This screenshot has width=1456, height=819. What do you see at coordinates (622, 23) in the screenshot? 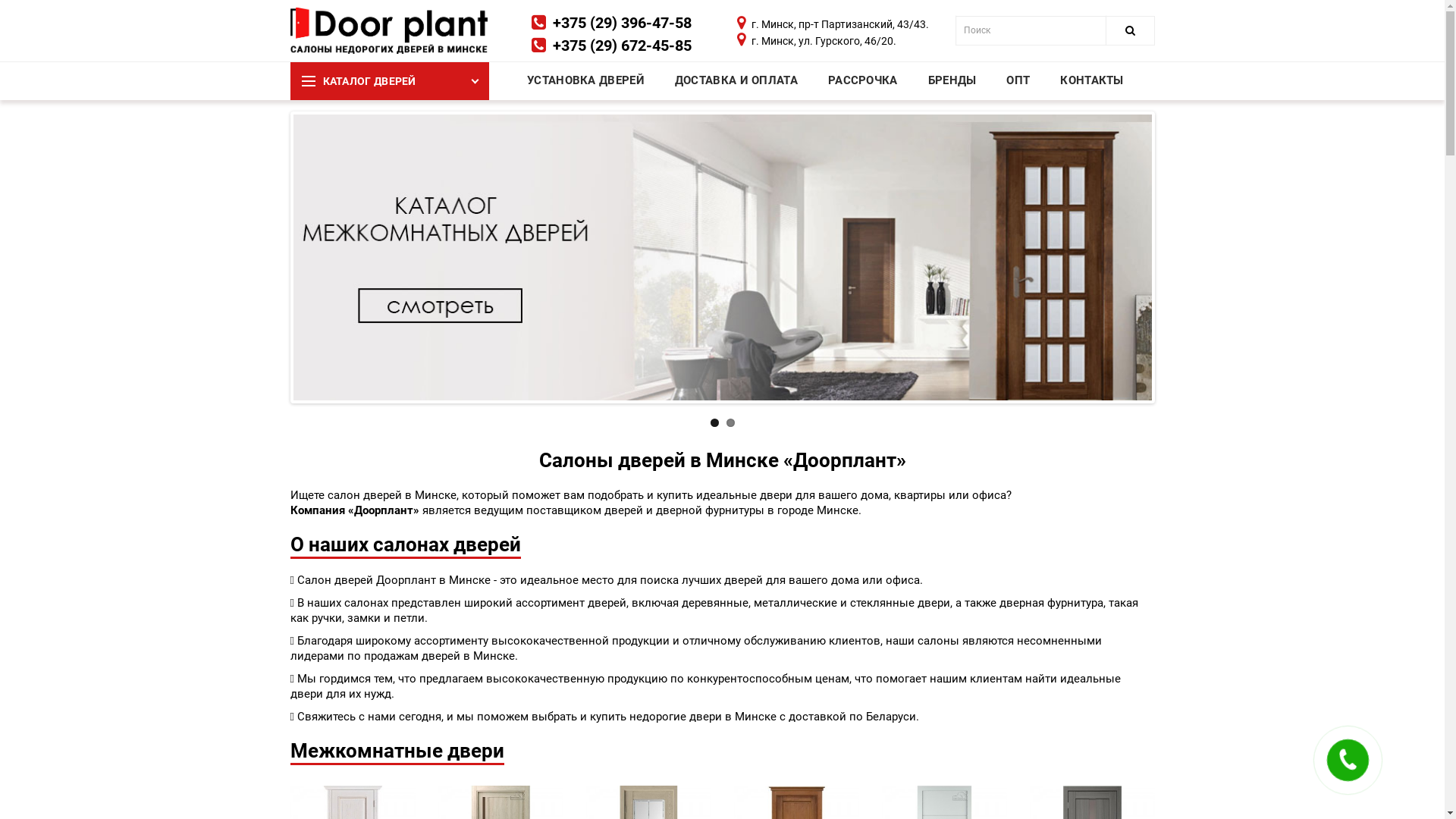
I see `'+375 (29) 396-47-58'` at bounding box center [622, 23].